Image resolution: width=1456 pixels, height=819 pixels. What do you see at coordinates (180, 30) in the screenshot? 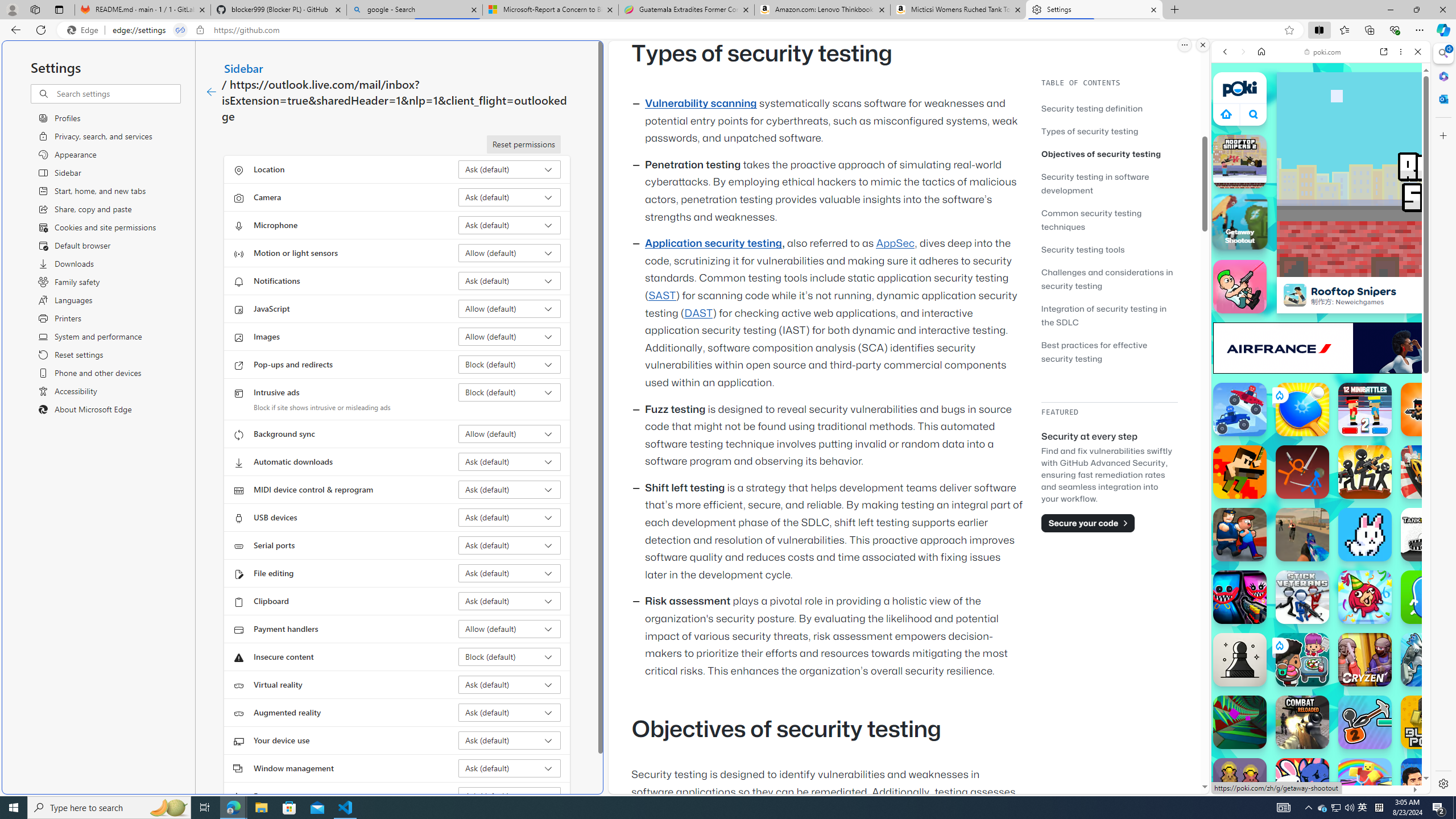
I see `'Tabs in split screen'` at bounding box center [180, 30].